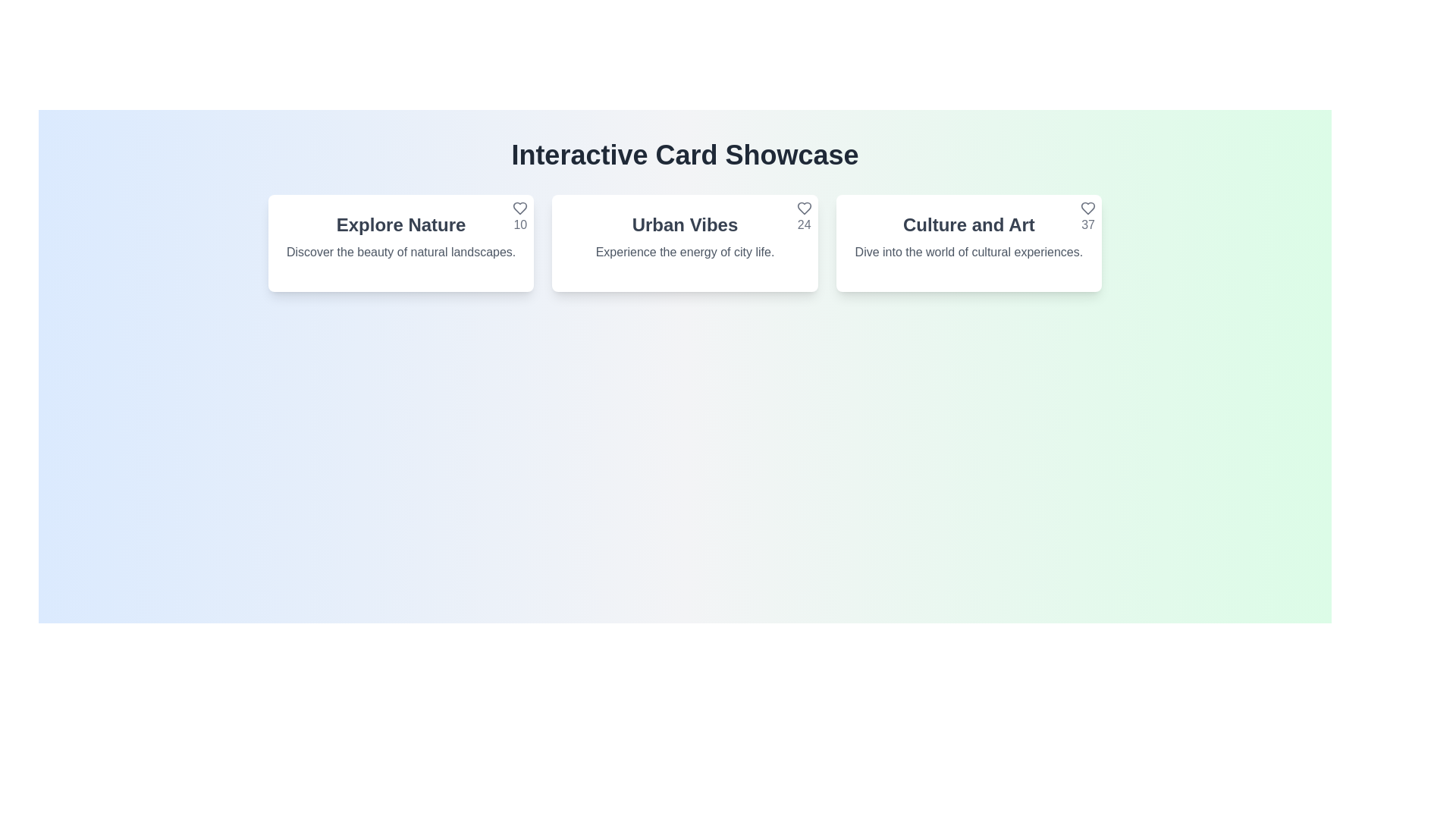 This screenshot has width=1456, height=819. I want to click on the 'like' or 'favorites' count element located in the top-right corner of the 'Culture and Art' card, so click(1087, 217).